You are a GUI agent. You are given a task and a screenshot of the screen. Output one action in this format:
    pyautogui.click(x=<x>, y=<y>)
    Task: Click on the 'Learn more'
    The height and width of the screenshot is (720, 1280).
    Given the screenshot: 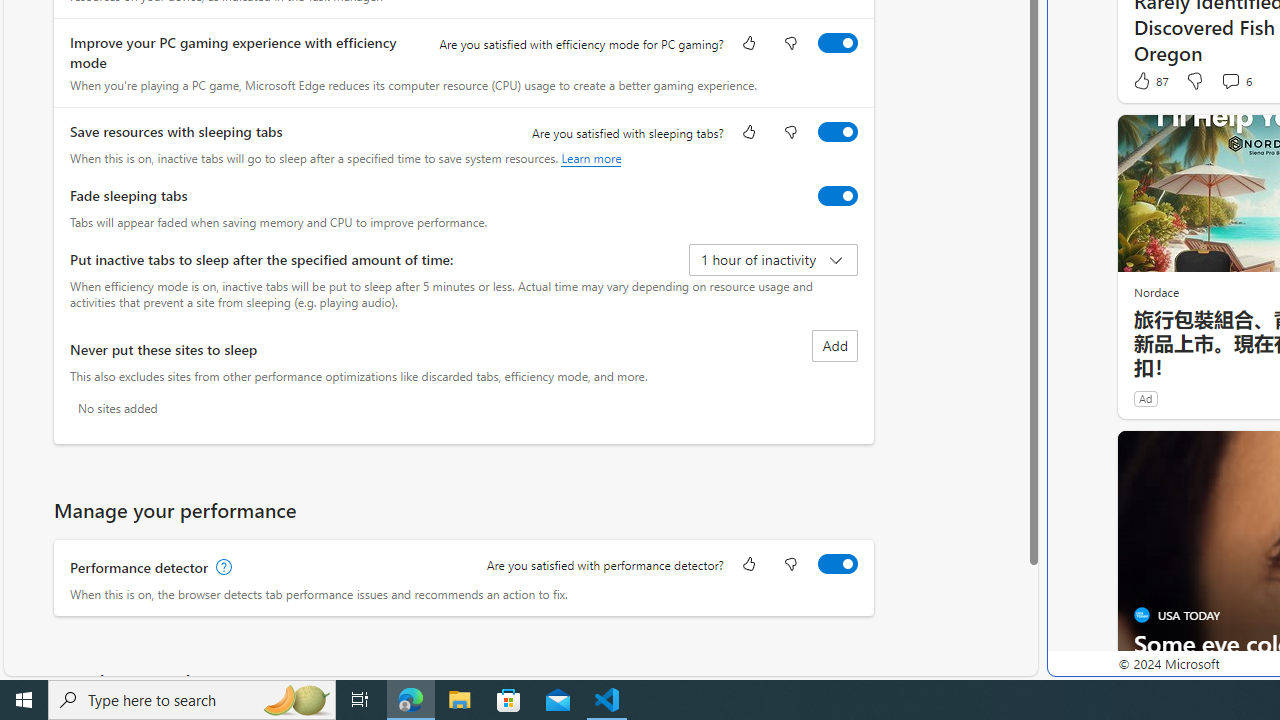 What is the action you would take?
    pyautogui.click(x=590, y=157)
    